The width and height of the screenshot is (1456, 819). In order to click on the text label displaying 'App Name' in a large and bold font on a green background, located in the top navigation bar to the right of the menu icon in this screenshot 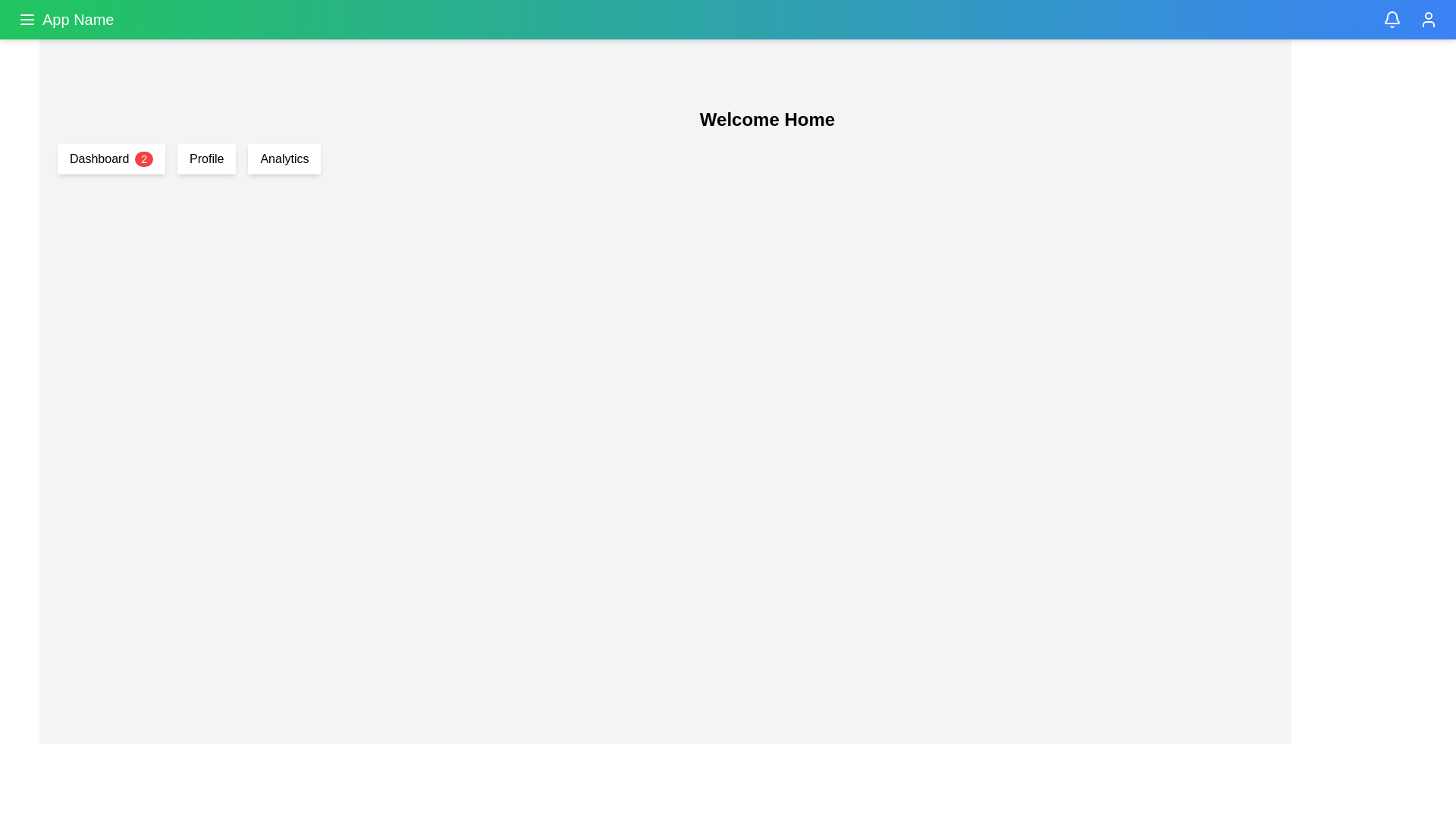, I will do `click(77, 20)`.